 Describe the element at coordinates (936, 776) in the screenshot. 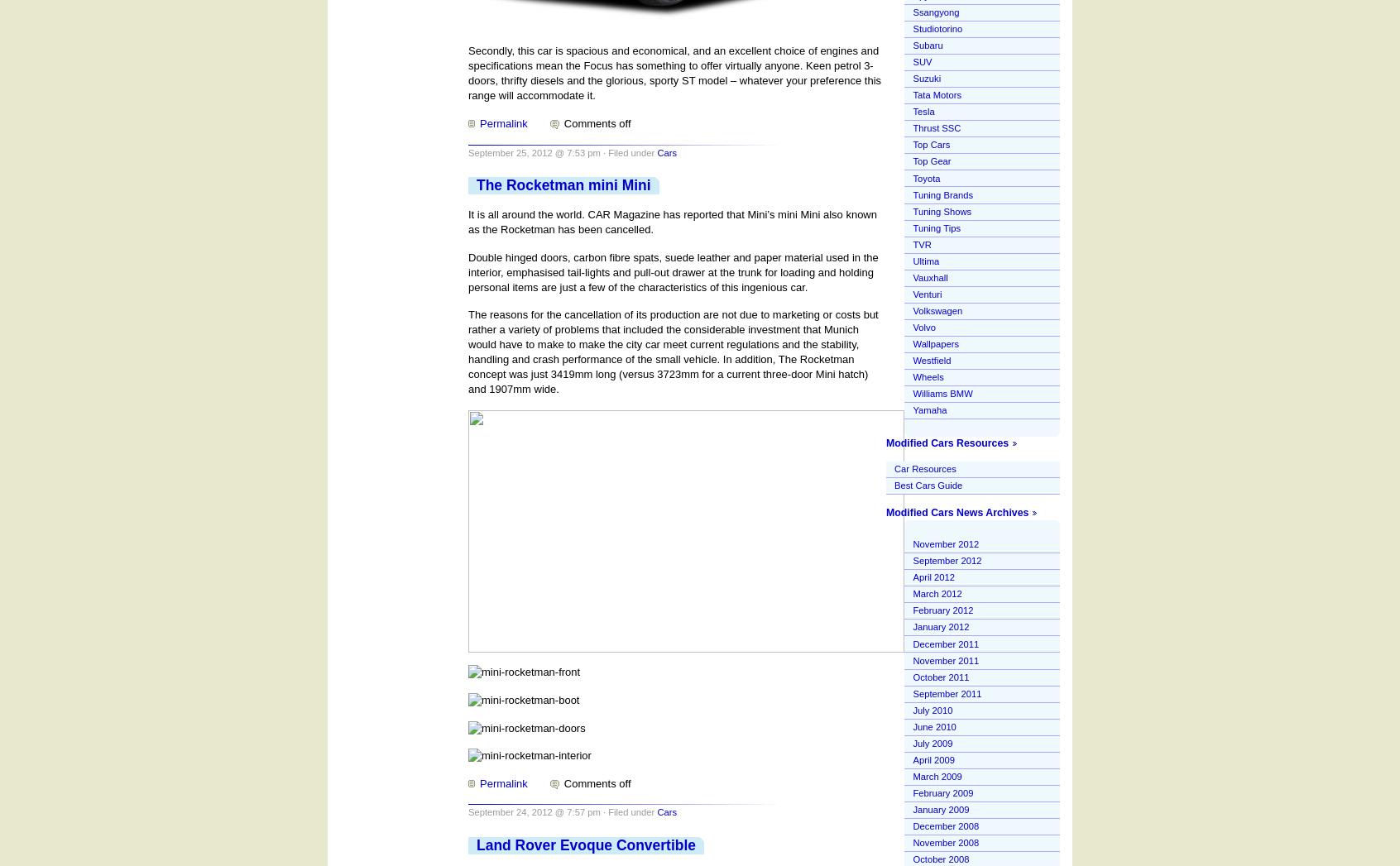

I see `'March 2009'` at that location.